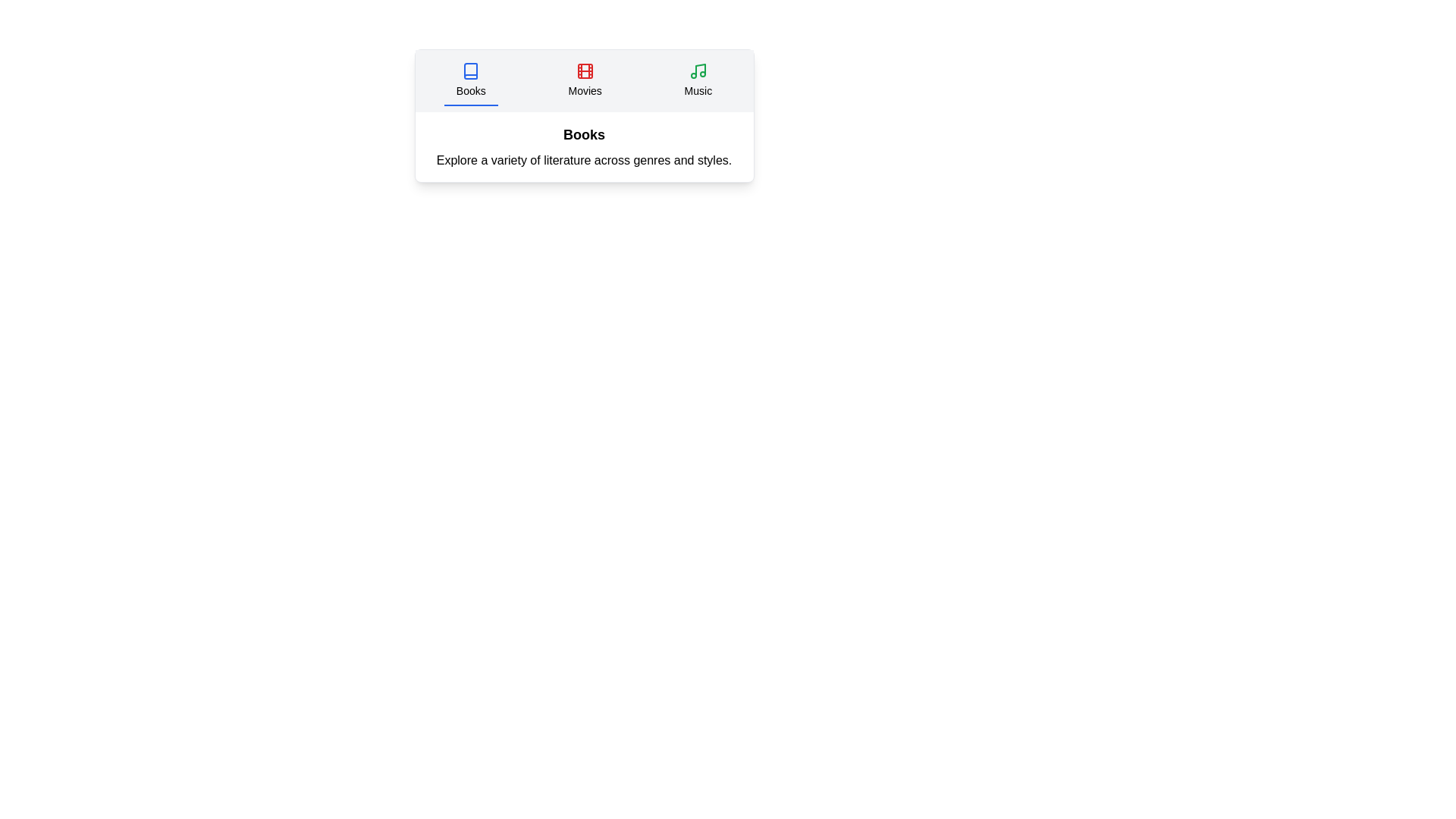 The width and height of the screenshot is (1456, 819). I want to click on the Music tab to select it, so click(697, 81).